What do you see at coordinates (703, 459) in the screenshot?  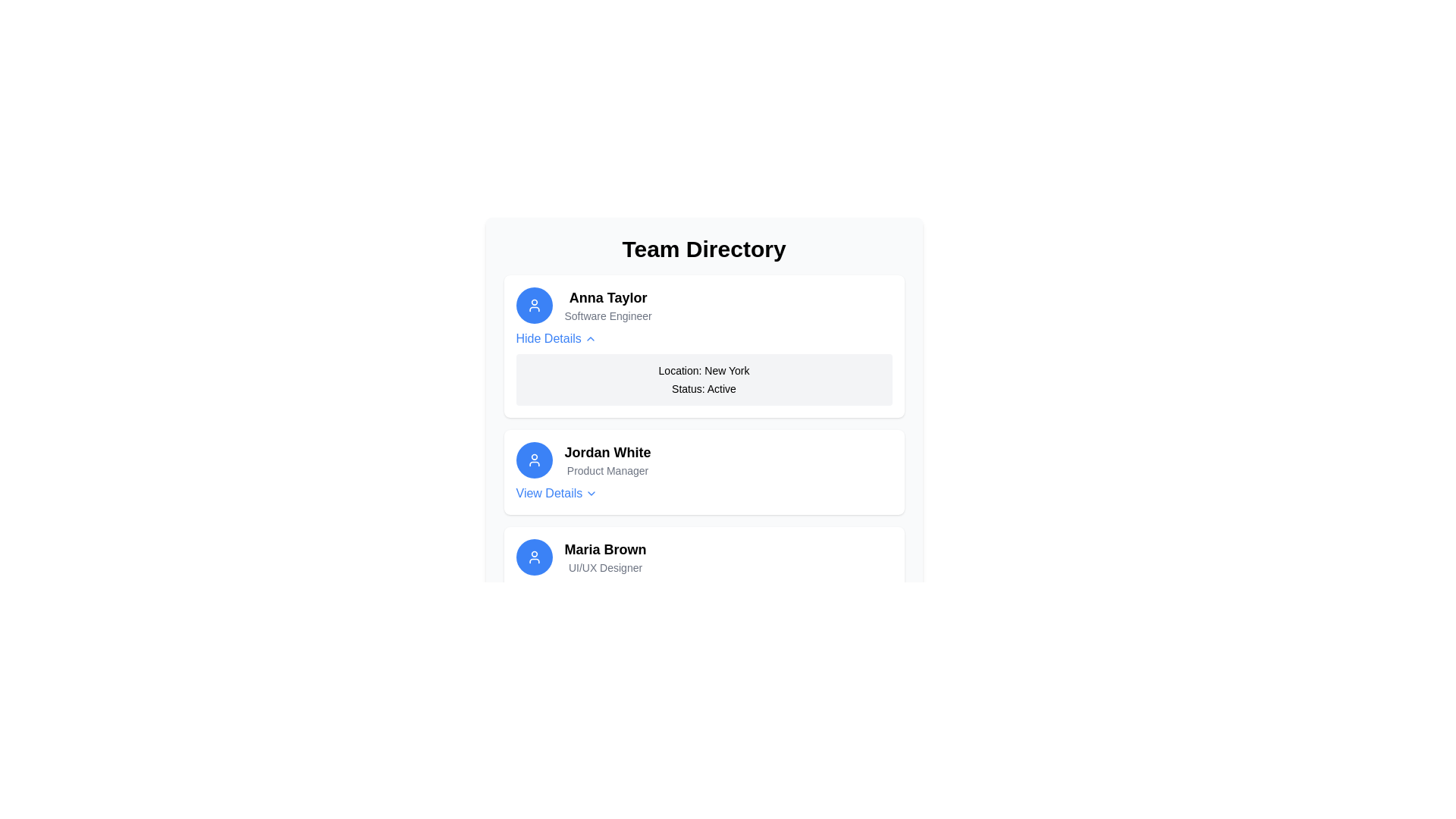 I see `the Profile information card for 'Jordan White', which is the second profile in the list, featuring a circular blue avatar and the name 'Jordan White' in bold` at bounding box center [703, 459].